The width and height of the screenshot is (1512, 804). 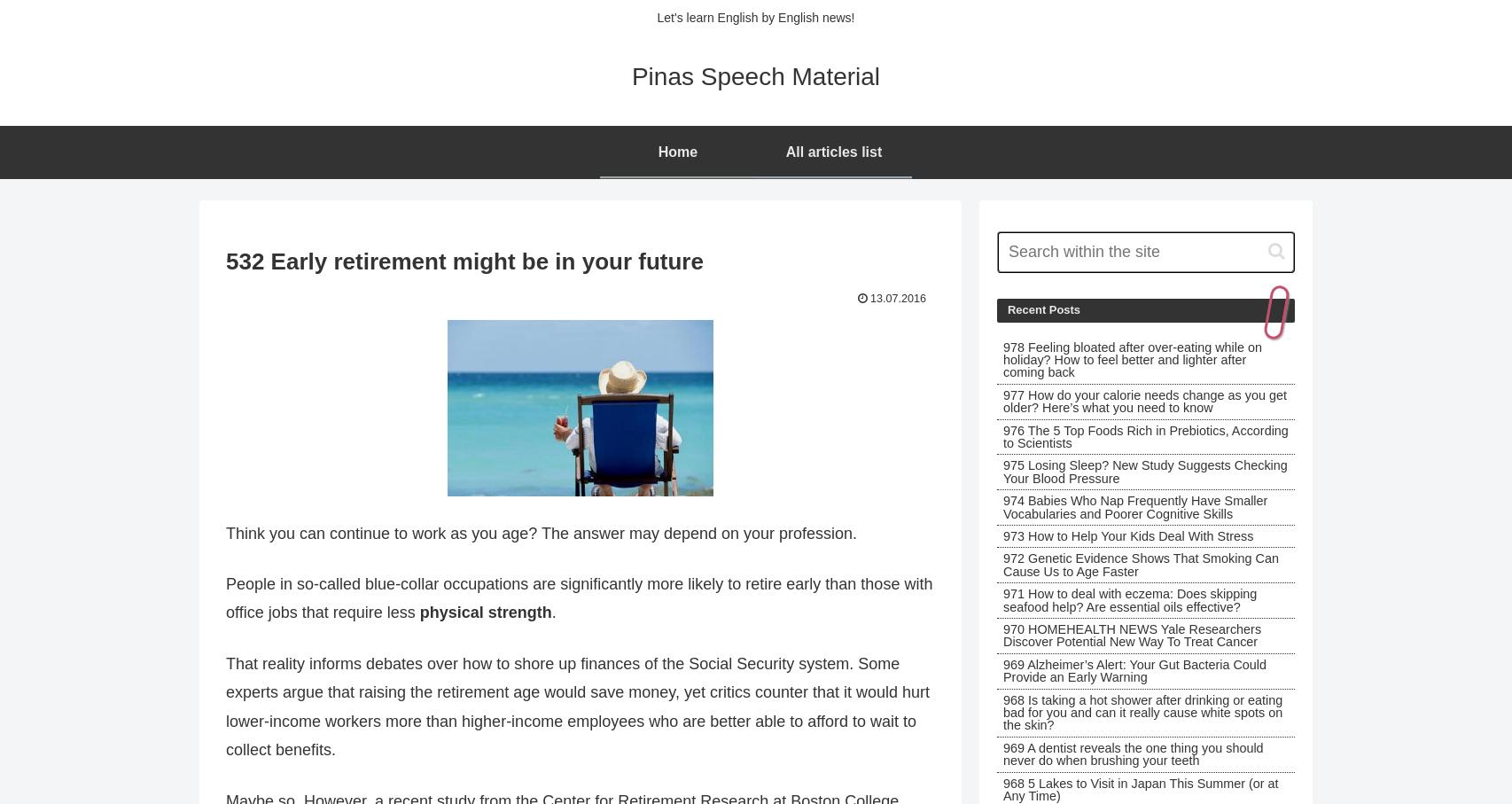 I want to click on 'All articles list', so click(x=833, y=151).